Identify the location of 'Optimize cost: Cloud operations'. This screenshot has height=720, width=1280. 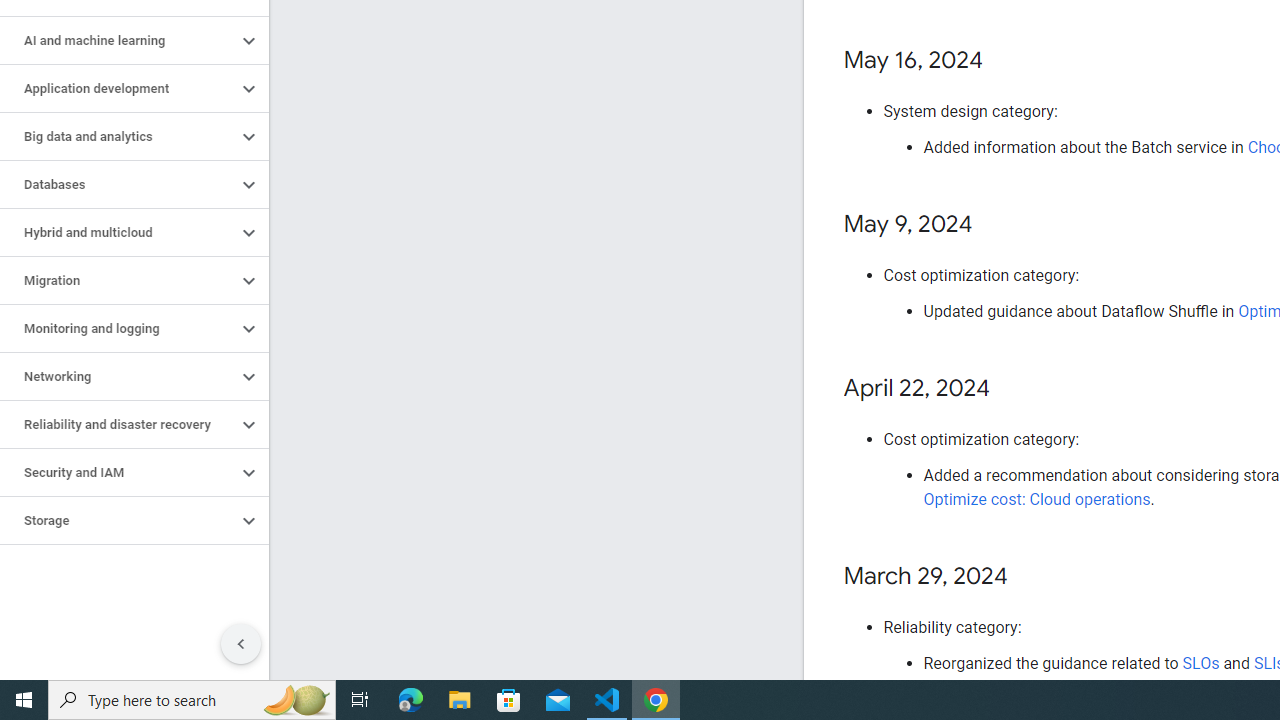
(1036, 498).